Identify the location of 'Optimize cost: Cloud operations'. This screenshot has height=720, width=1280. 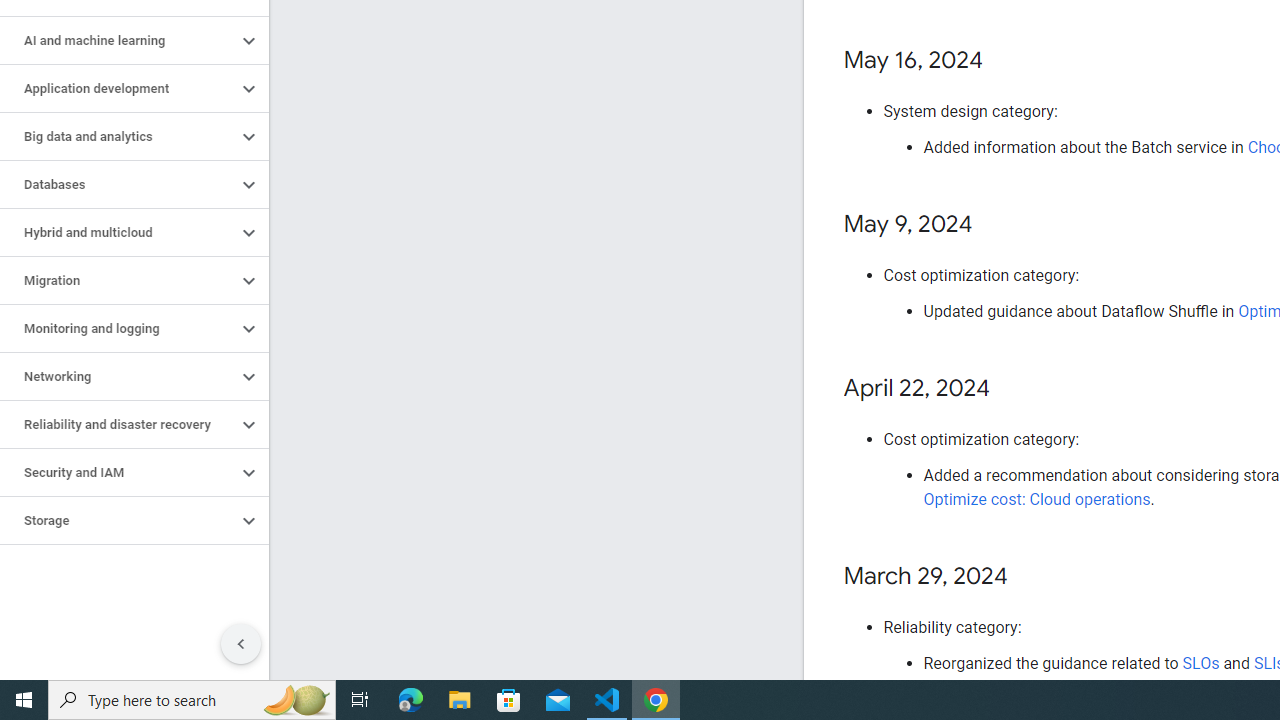
(1036, 498).